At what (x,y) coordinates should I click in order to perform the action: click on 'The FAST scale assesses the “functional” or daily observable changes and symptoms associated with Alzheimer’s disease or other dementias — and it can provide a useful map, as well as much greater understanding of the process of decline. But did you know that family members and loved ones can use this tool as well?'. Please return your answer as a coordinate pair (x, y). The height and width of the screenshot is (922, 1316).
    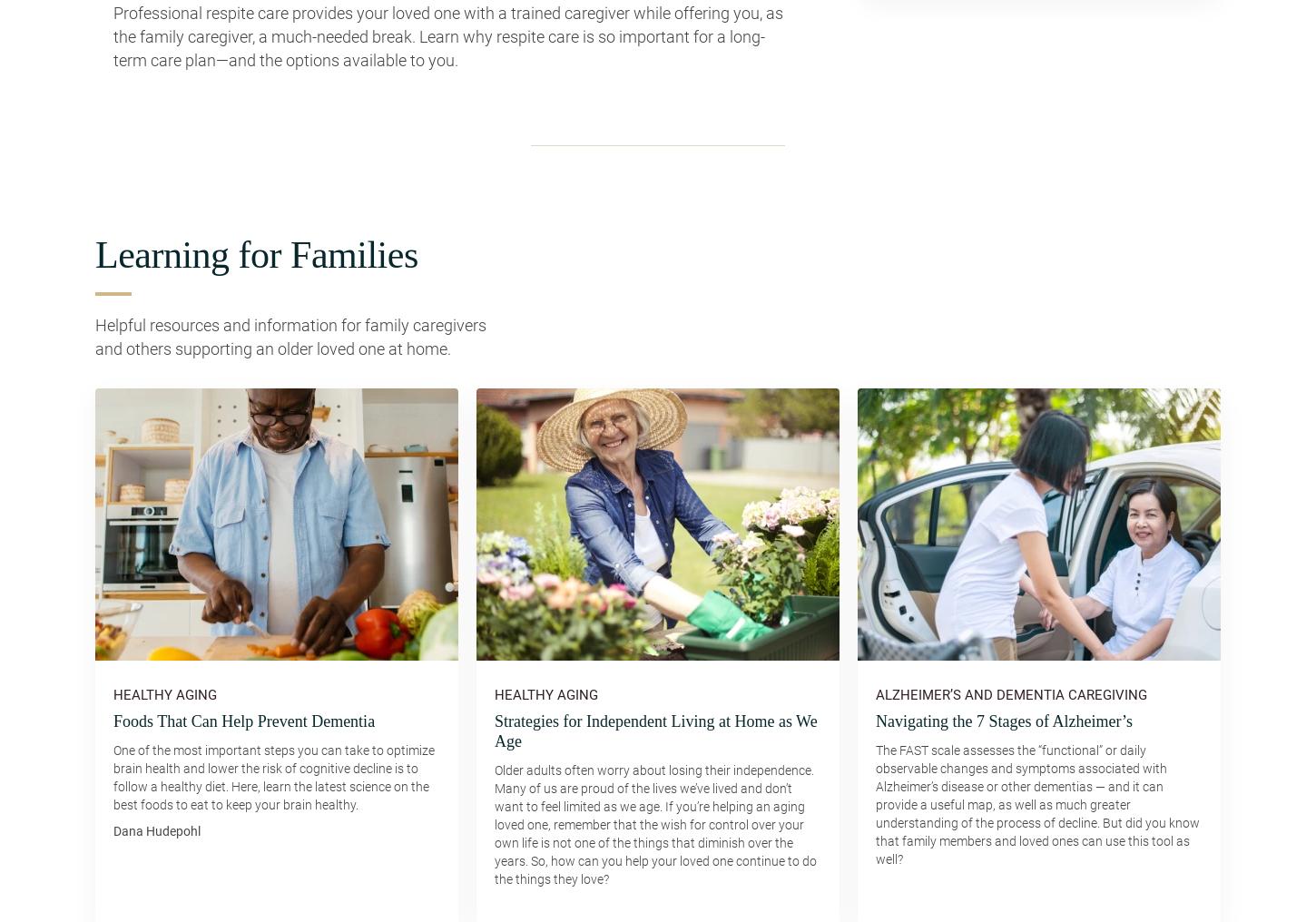
    Looking at the image, I should click on (874, 804).